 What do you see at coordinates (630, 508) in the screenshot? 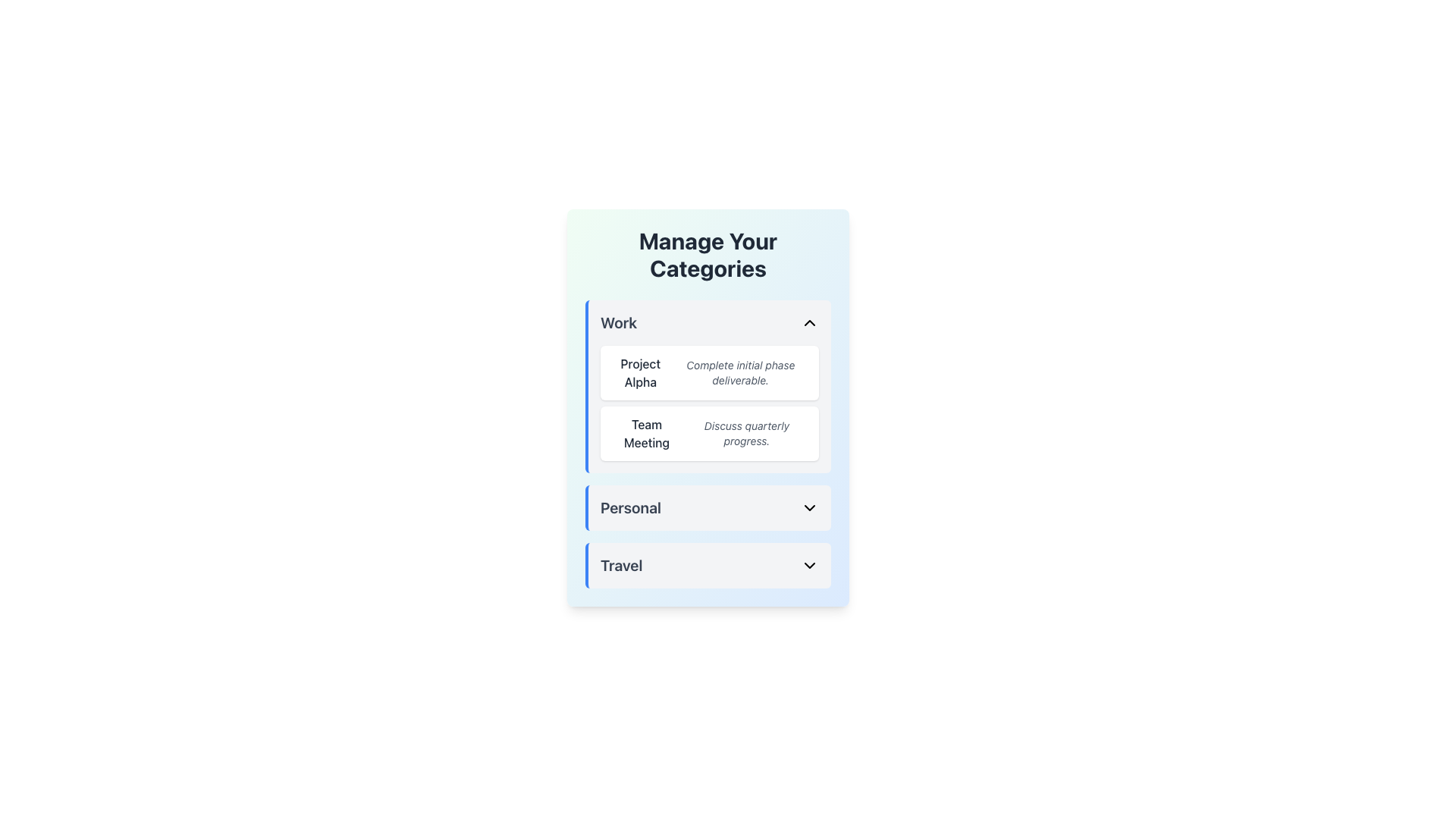
I see `the 'Personal' text label located within the 'Manage Your Categories' section to trigger visual cues` at bounding box center [630, 508].